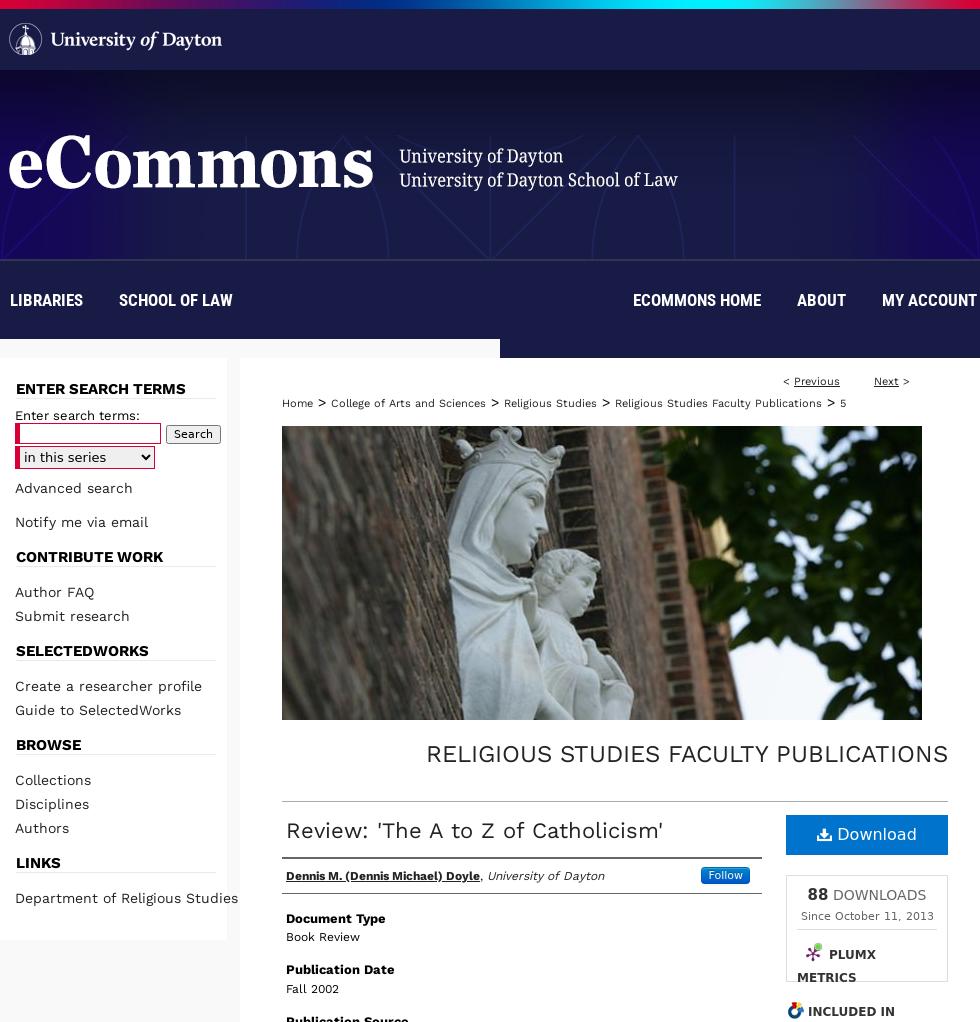  What do you see at coordinates (408, 403) in the screenshot?
I see `'College of Arts and Sciences'` at bounding box center [408, 403].